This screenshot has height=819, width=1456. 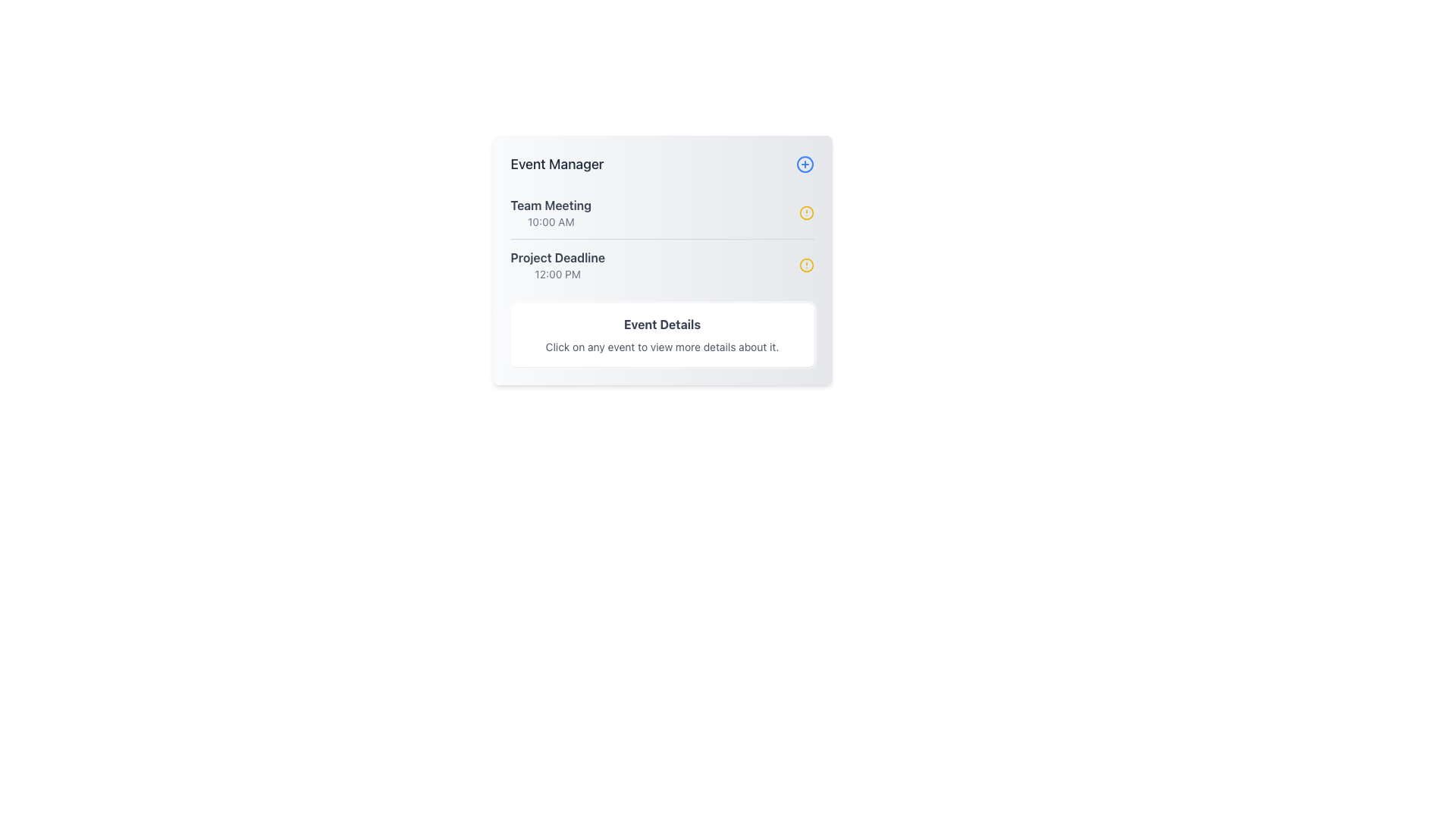 I want to click on the Text Block indicating the scheduled event 'Project Deadline', located in the second row of event items, below 'Team Meeting 10:00 AM', so click(x=557, y=265).